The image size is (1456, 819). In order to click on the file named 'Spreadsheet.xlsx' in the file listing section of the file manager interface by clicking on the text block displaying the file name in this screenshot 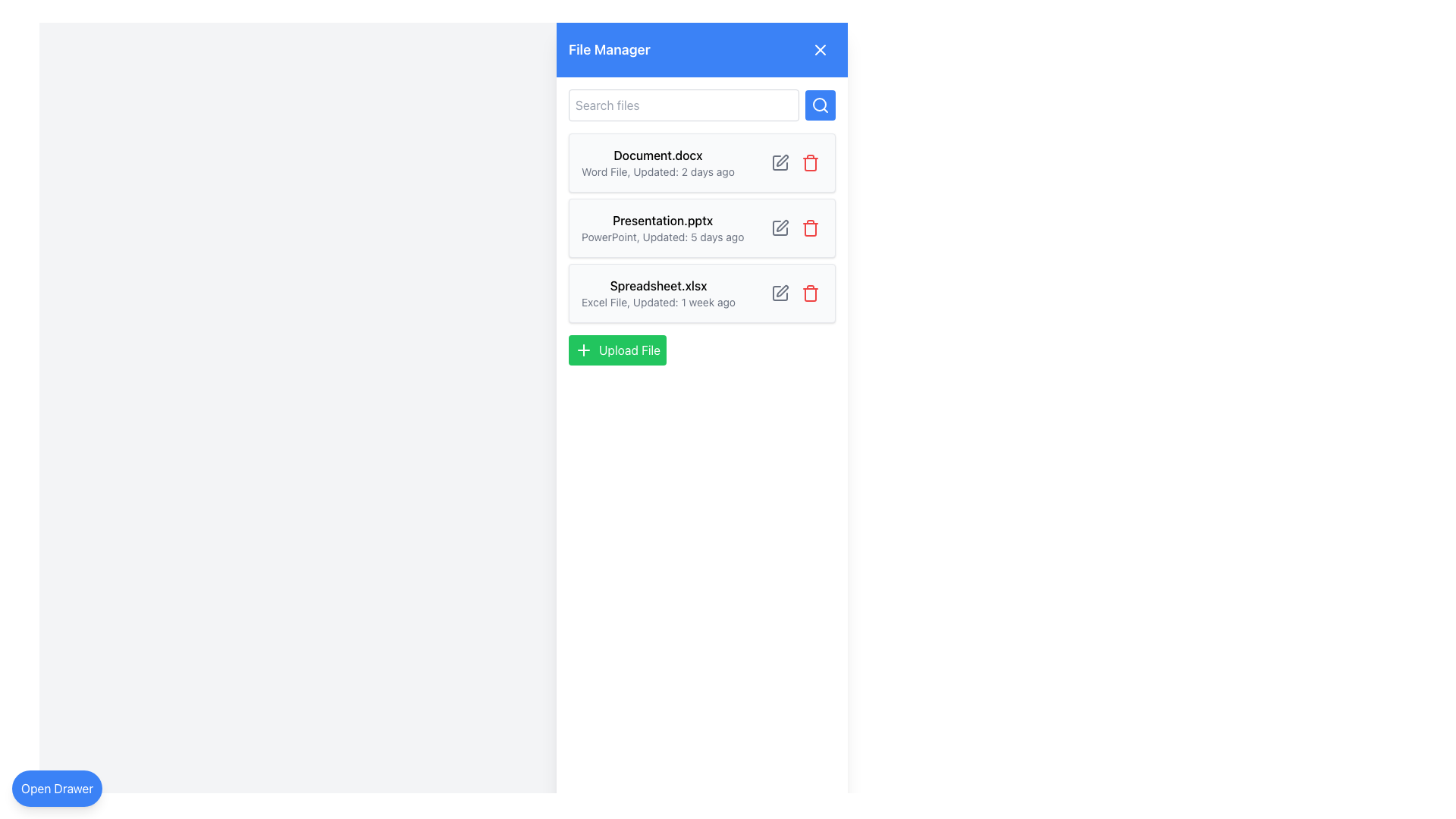, I will do `click(658, 293)`.